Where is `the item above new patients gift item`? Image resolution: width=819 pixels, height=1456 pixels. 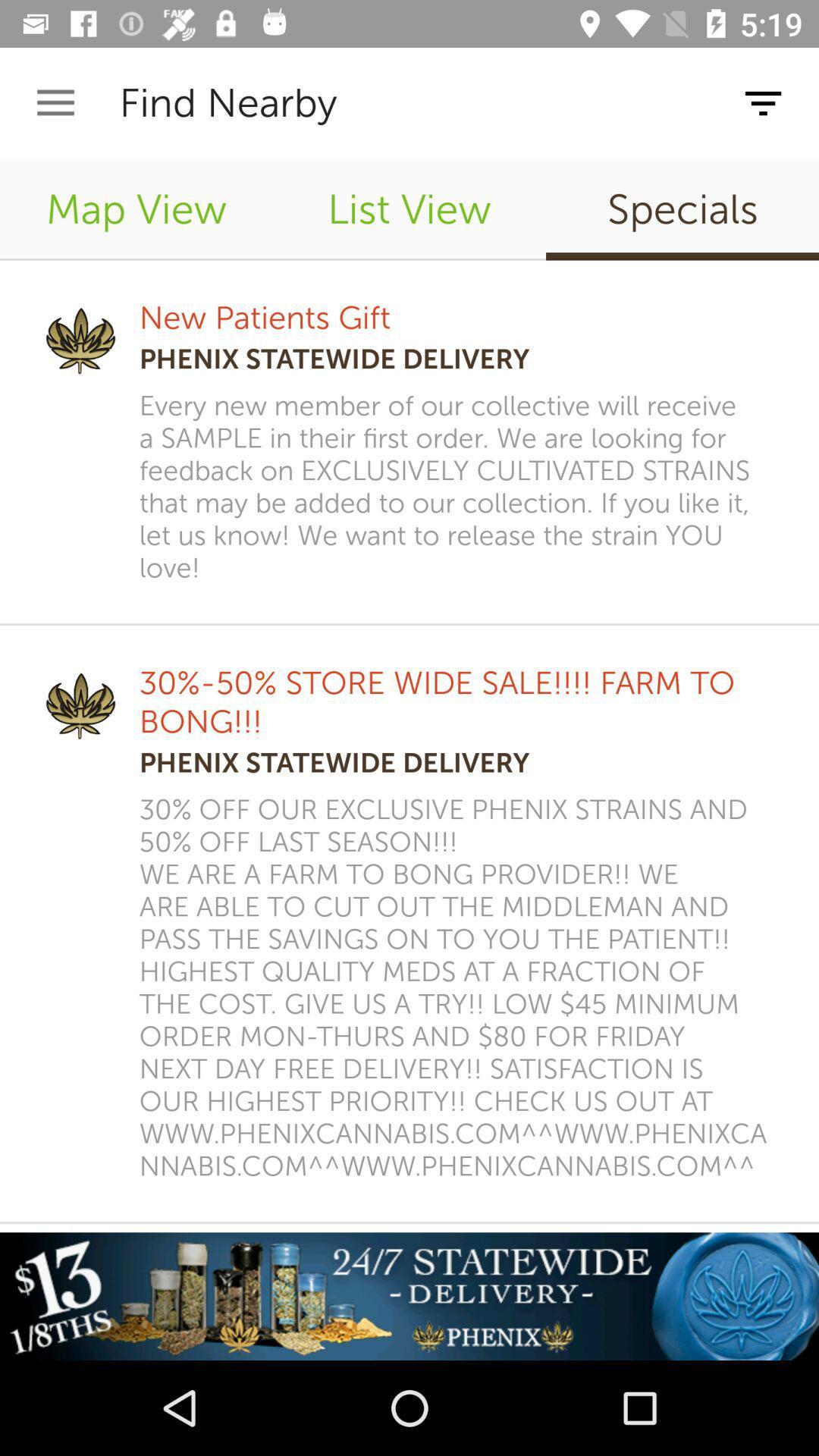
the item above new patients gift item is located at coordinates (409, 209).